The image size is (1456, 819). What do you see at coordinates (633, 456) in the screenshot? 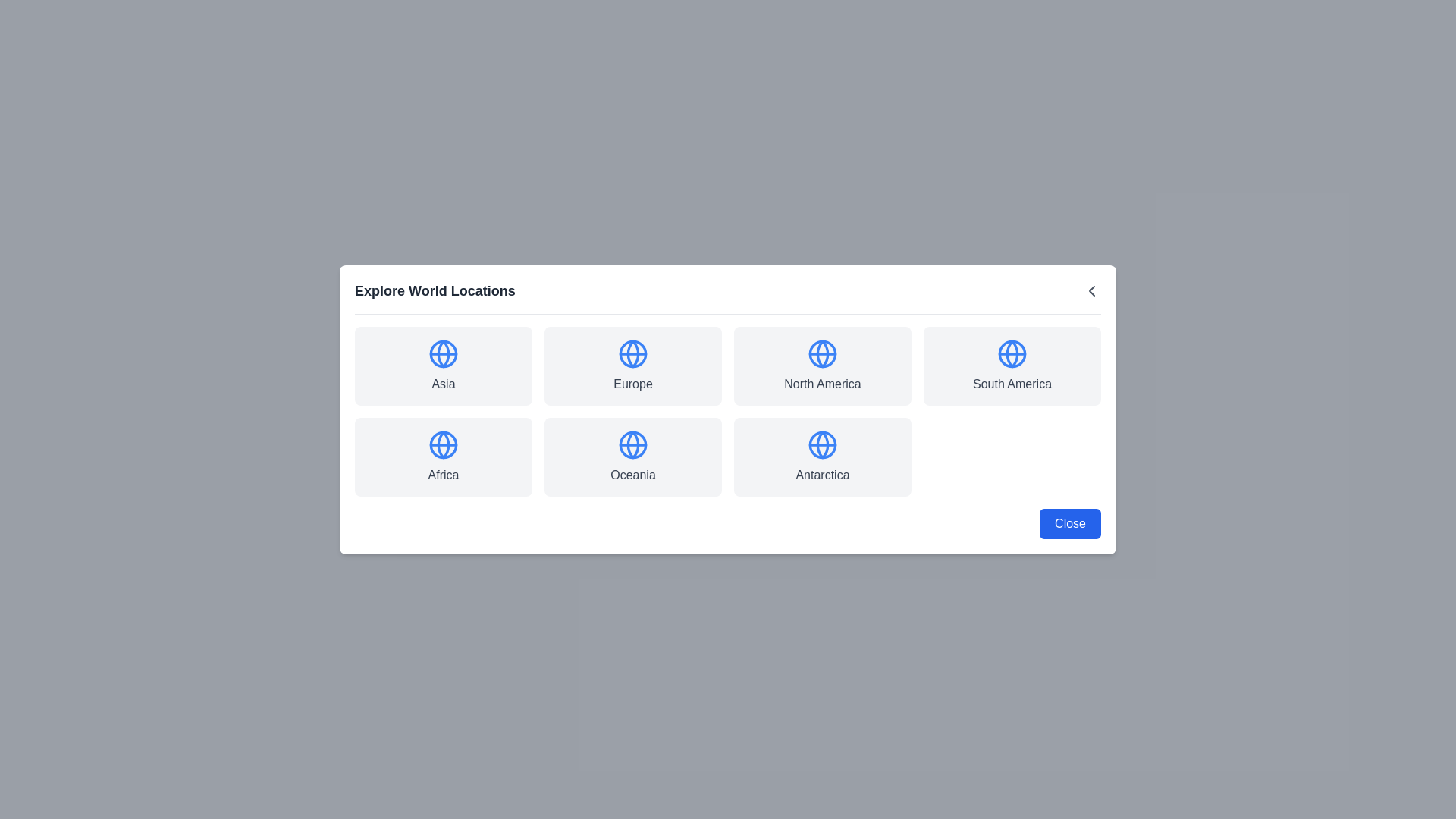
I see `the location Oceania` at bounding box center [633, 456].